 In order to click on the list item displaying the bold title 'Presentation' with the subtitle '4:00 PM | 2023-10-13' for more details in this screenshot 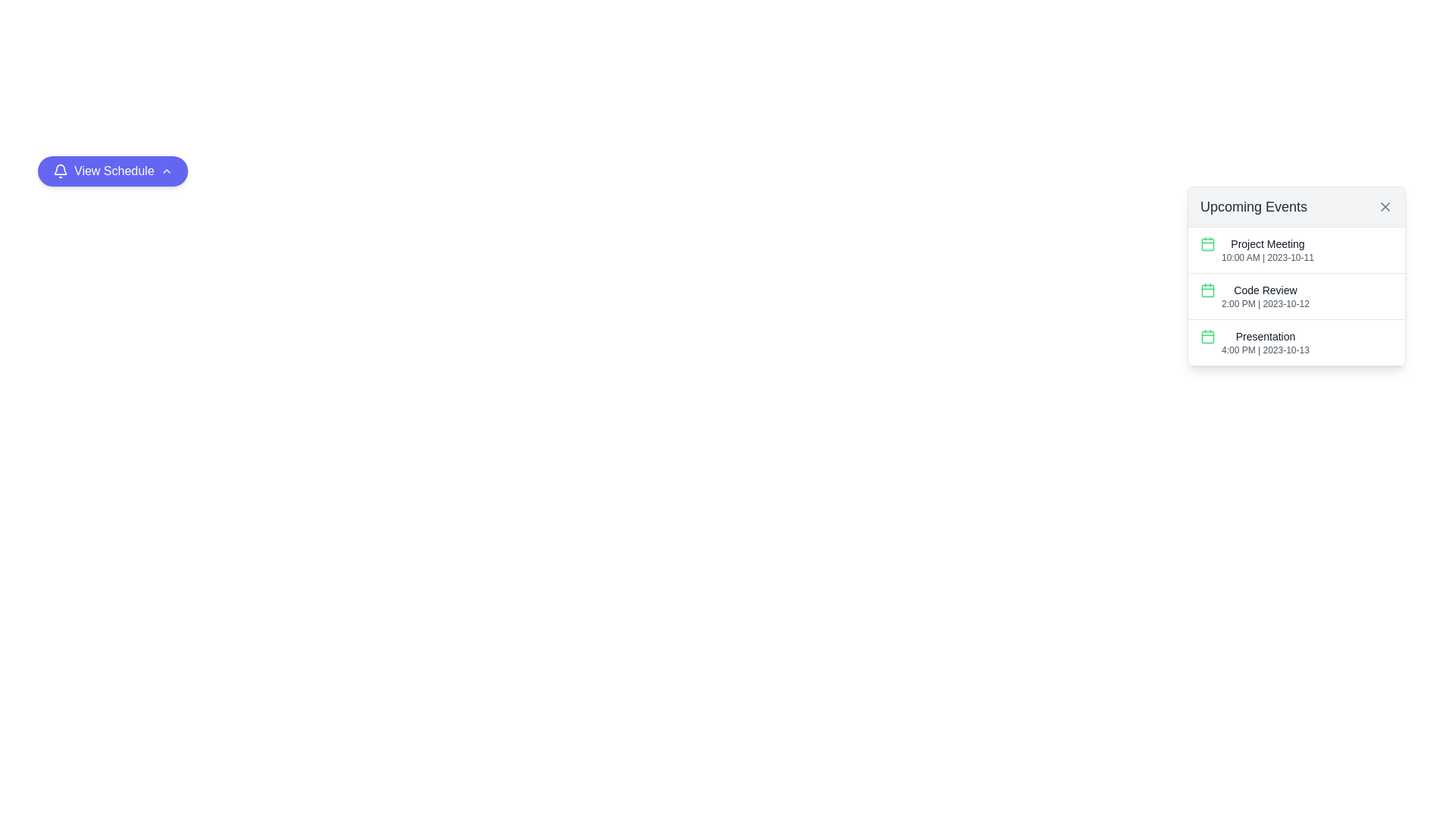, I will do `click(1265, 342)`.